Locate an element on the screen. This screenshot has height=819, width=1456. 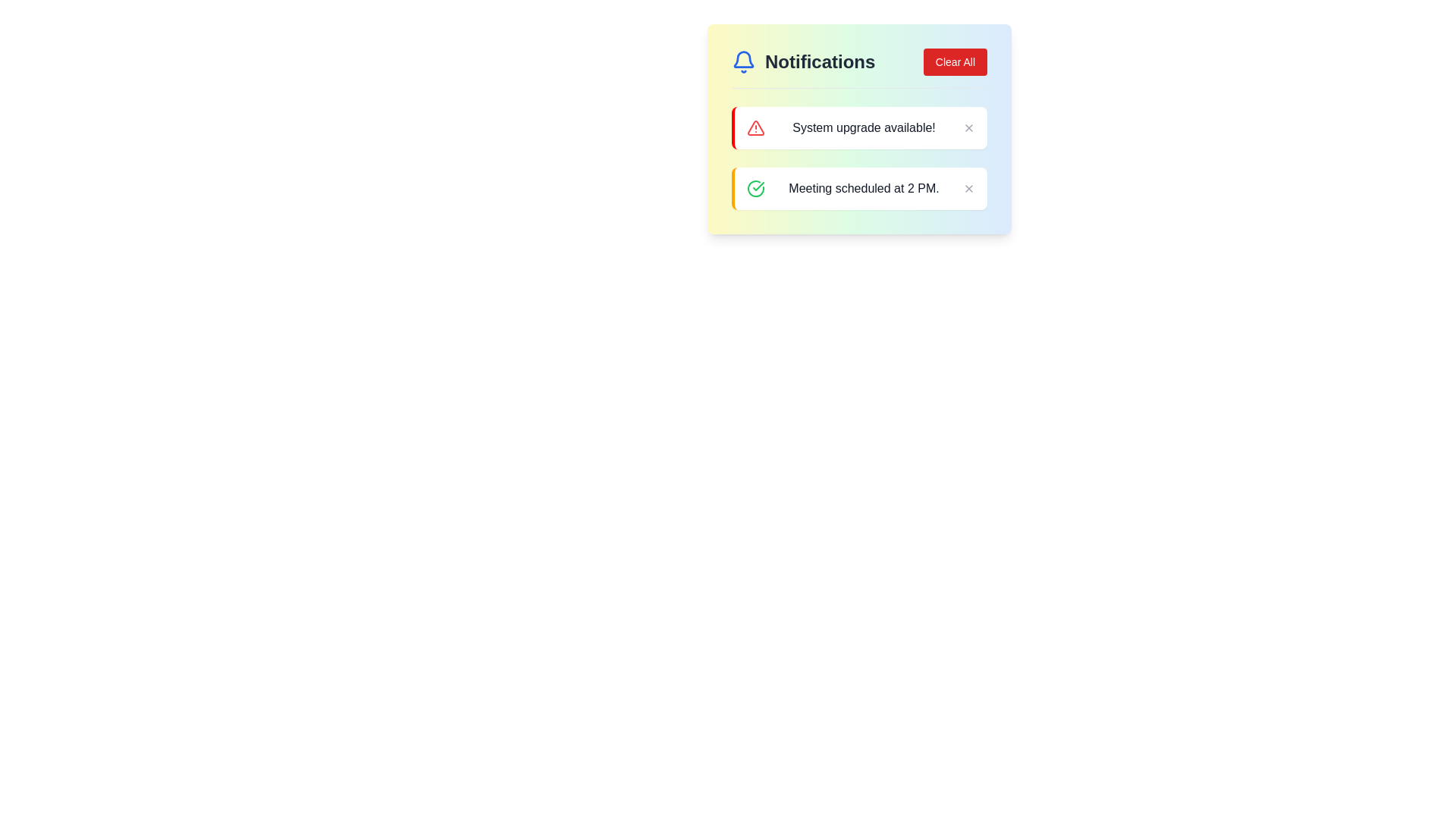
the green checkmark-shaped icon indicating confirmation for the 'Meeting scheduled at 2 PM.' is located at coordinates (758, 186).